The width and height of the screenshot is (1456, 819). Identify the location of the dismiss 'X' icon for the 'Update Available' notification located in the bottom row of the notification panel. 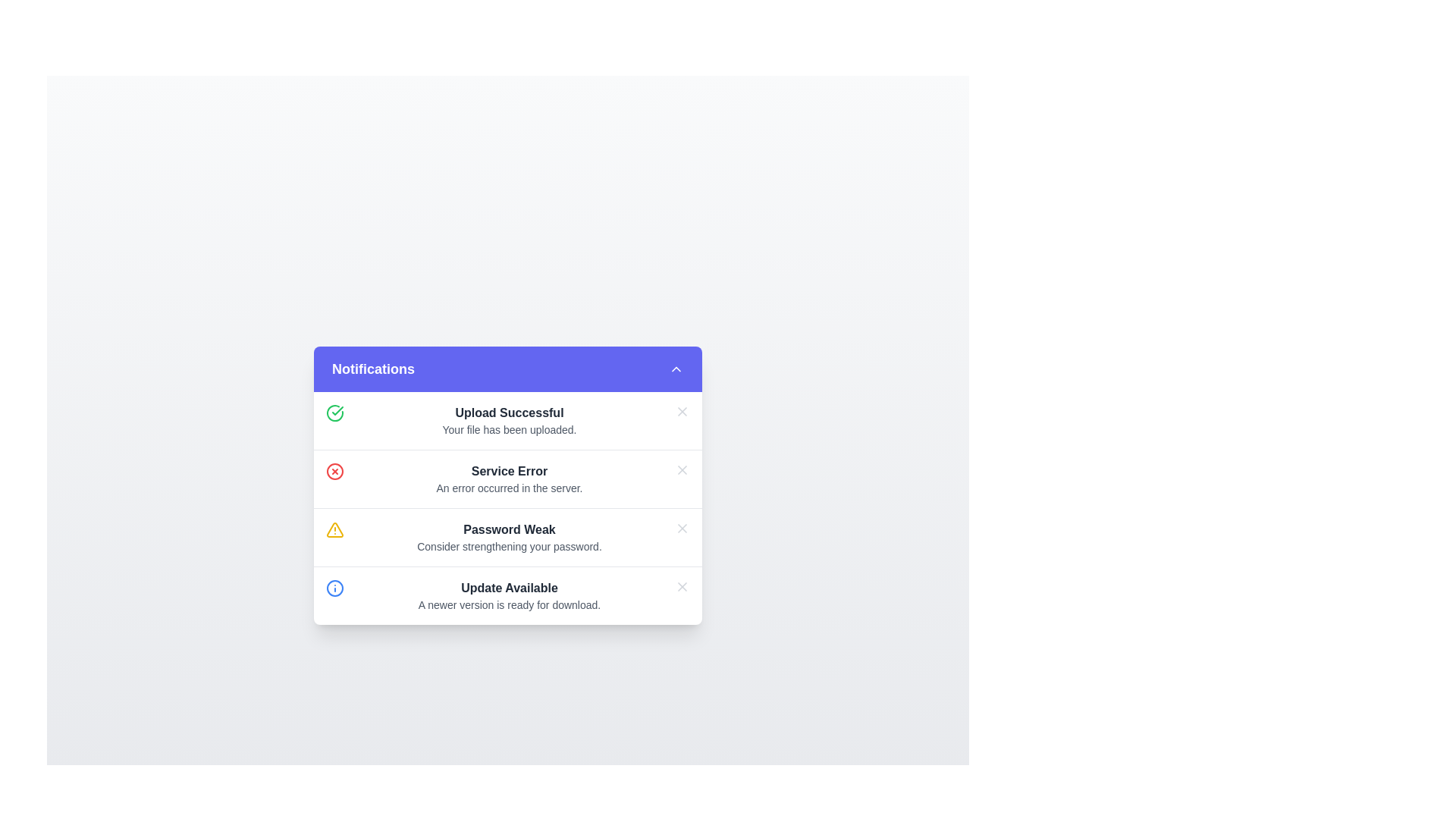
(682, 585).